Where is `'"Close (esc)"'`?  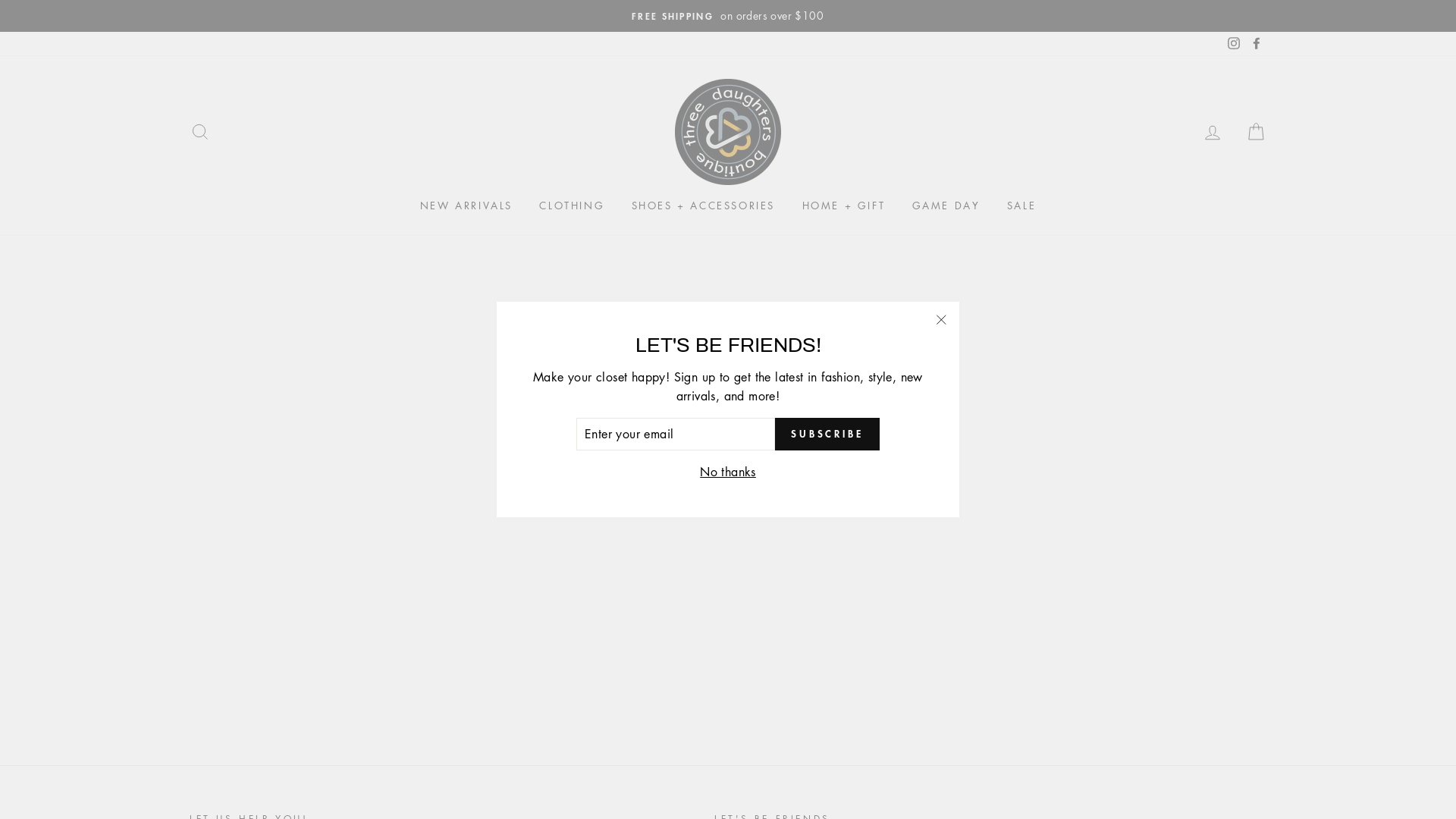
'"Close (esc)"' is located at coordinates (940, 318).